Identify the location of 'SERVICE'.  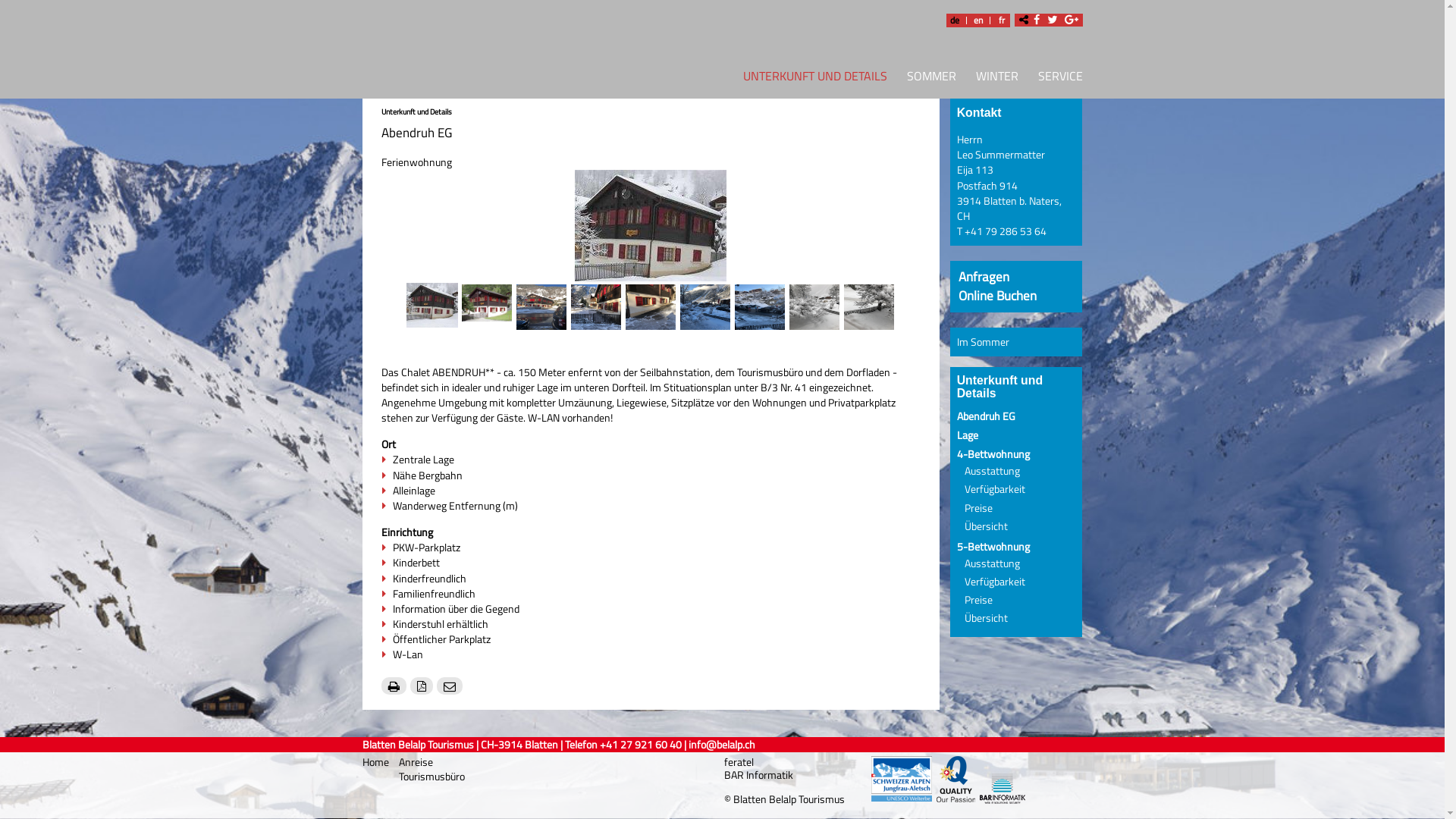
(1055, 78).